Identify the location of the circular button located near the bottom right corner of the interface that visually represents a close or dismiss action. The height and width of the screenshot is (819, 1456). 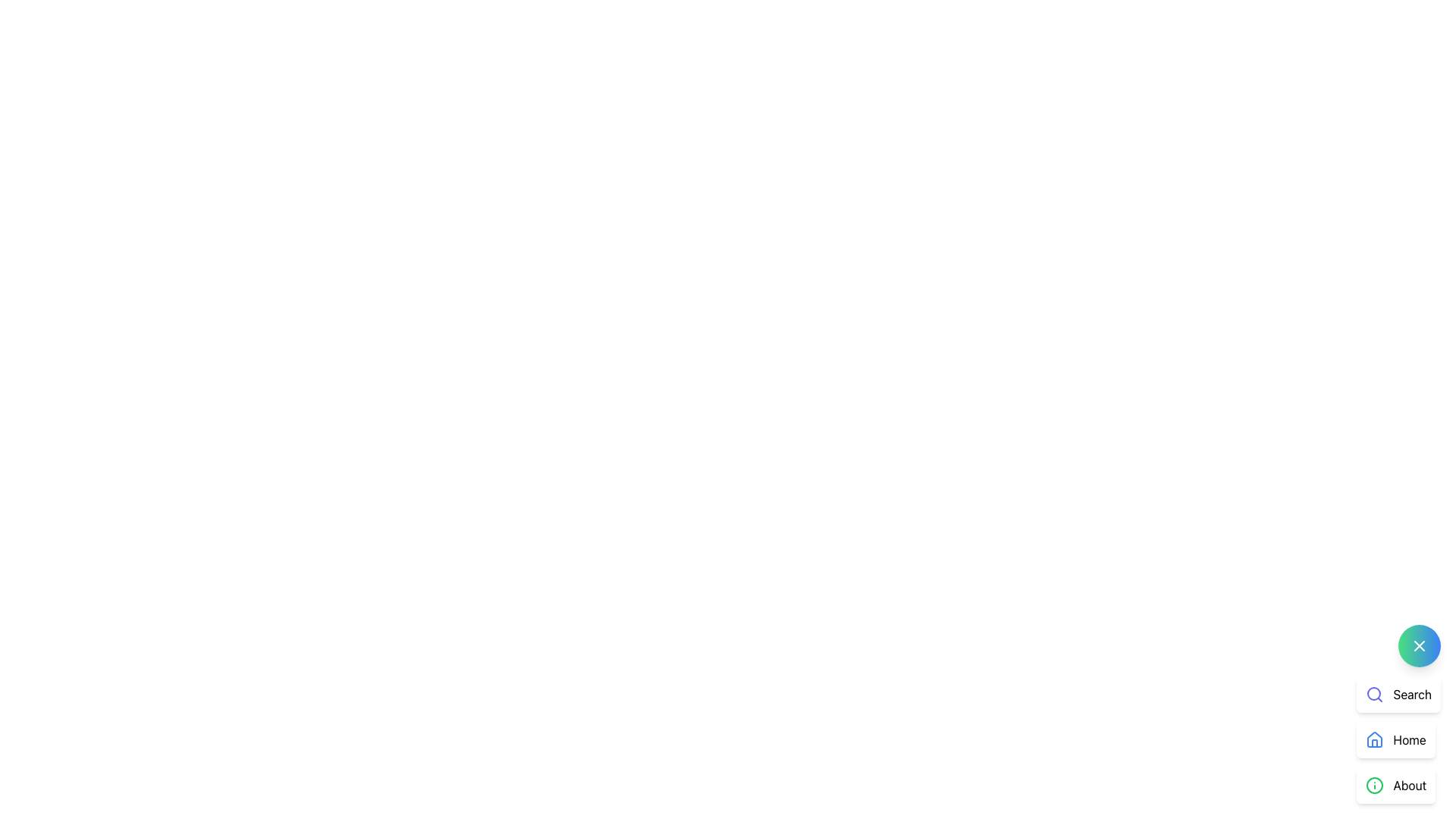
(1419, 646).